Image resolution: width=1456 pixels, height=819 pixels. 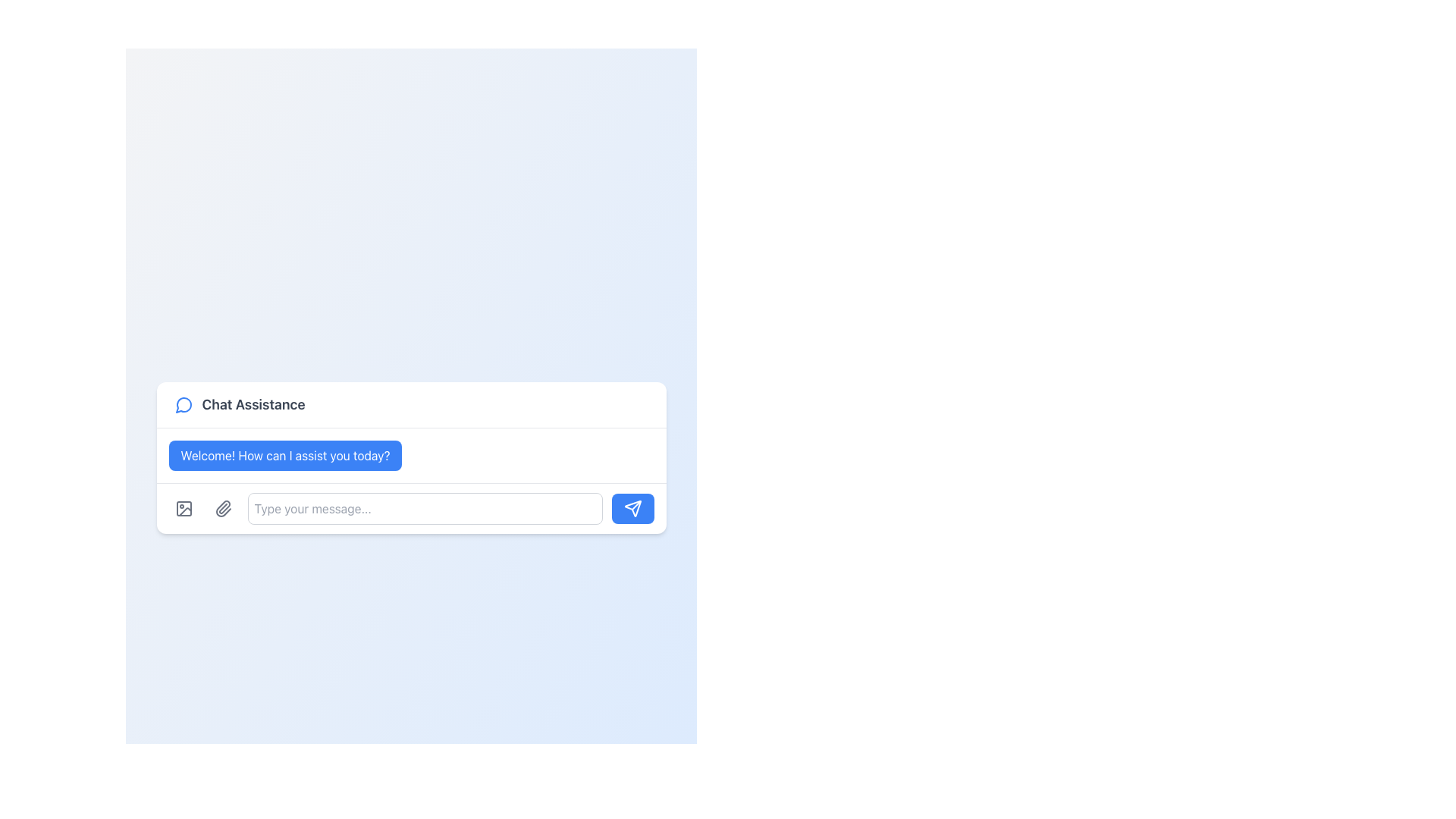 I want to click on the icon button resembling a small image placeholder with a border rectangle and a diagonal line across, located to the far left of the chat input area, so click(x=183, y=509).